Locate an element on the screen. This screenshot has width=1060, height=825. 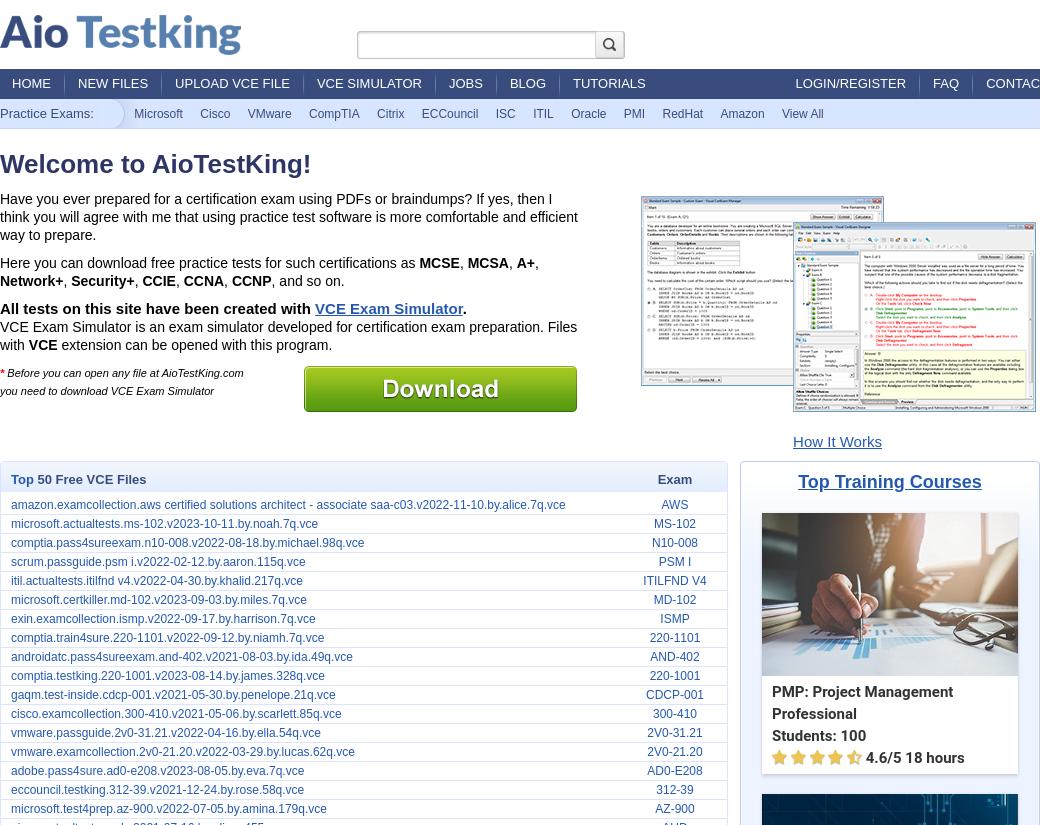
'hours' is located at coordinates (941, 758).